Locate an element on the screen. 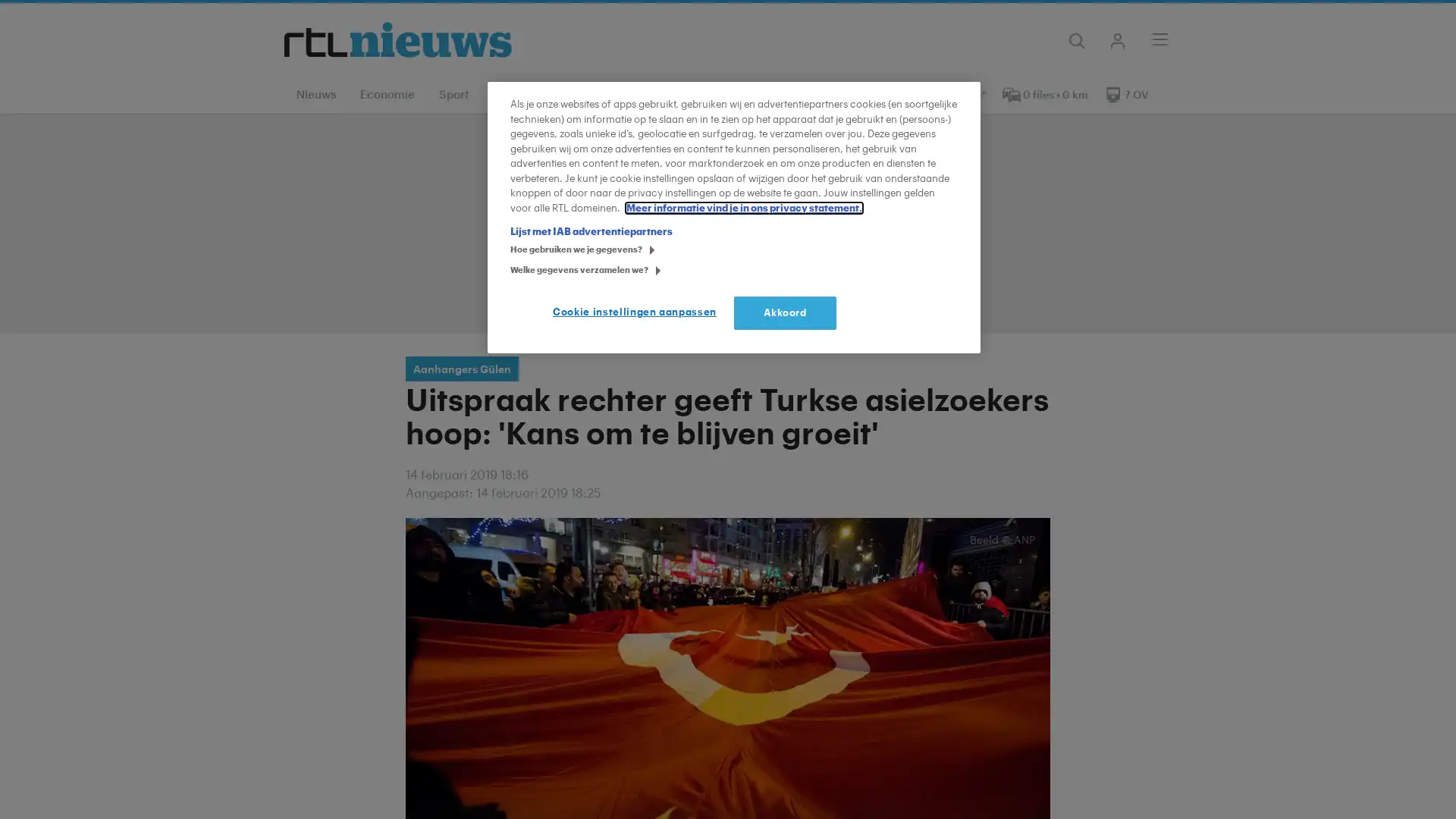 This screenshot has height=819, width=1456. Hoe gebruiken we je gegevens? is located at coordinates (515, 250).